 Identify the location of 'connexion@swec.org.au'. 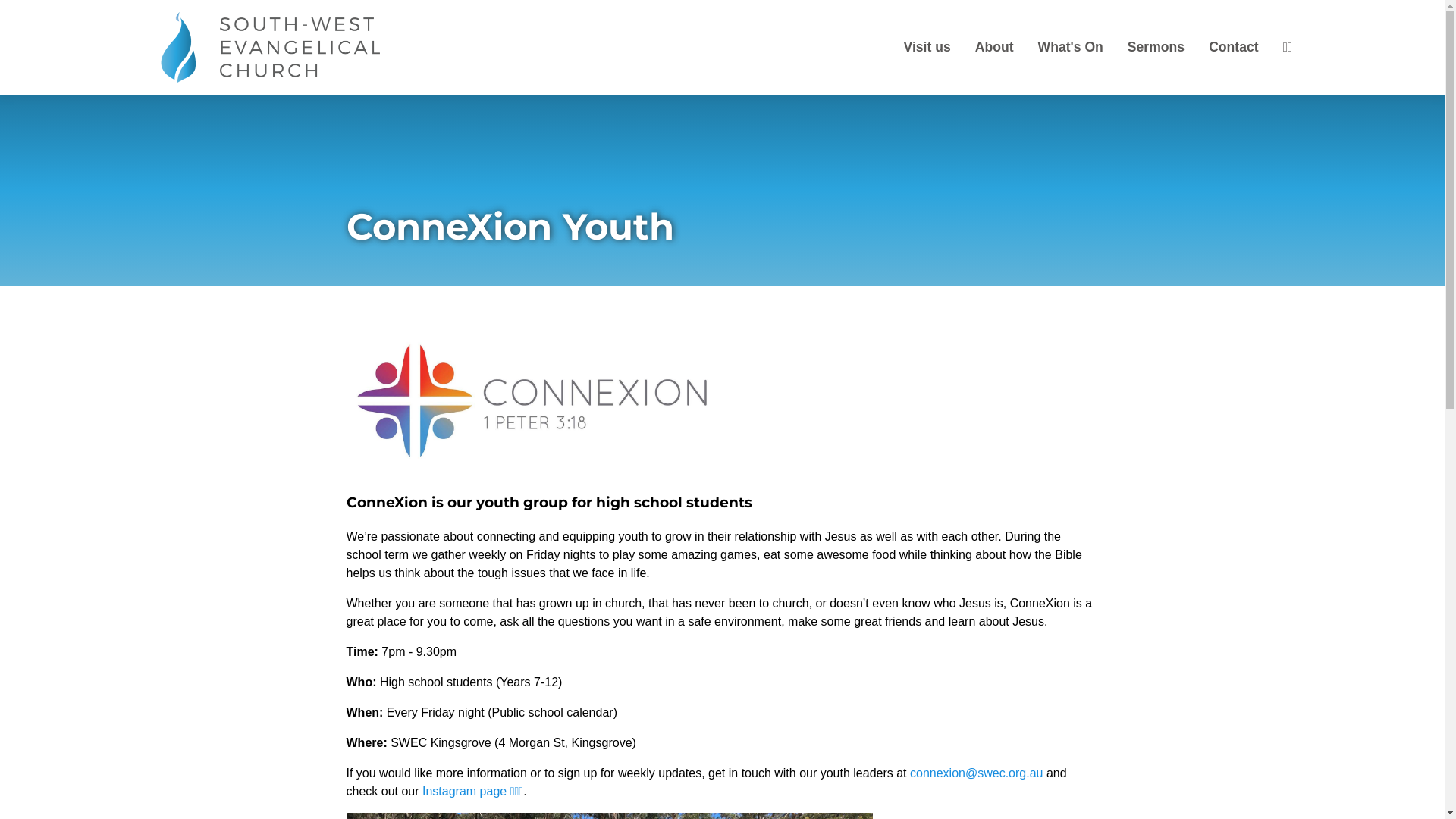
(976, 773).